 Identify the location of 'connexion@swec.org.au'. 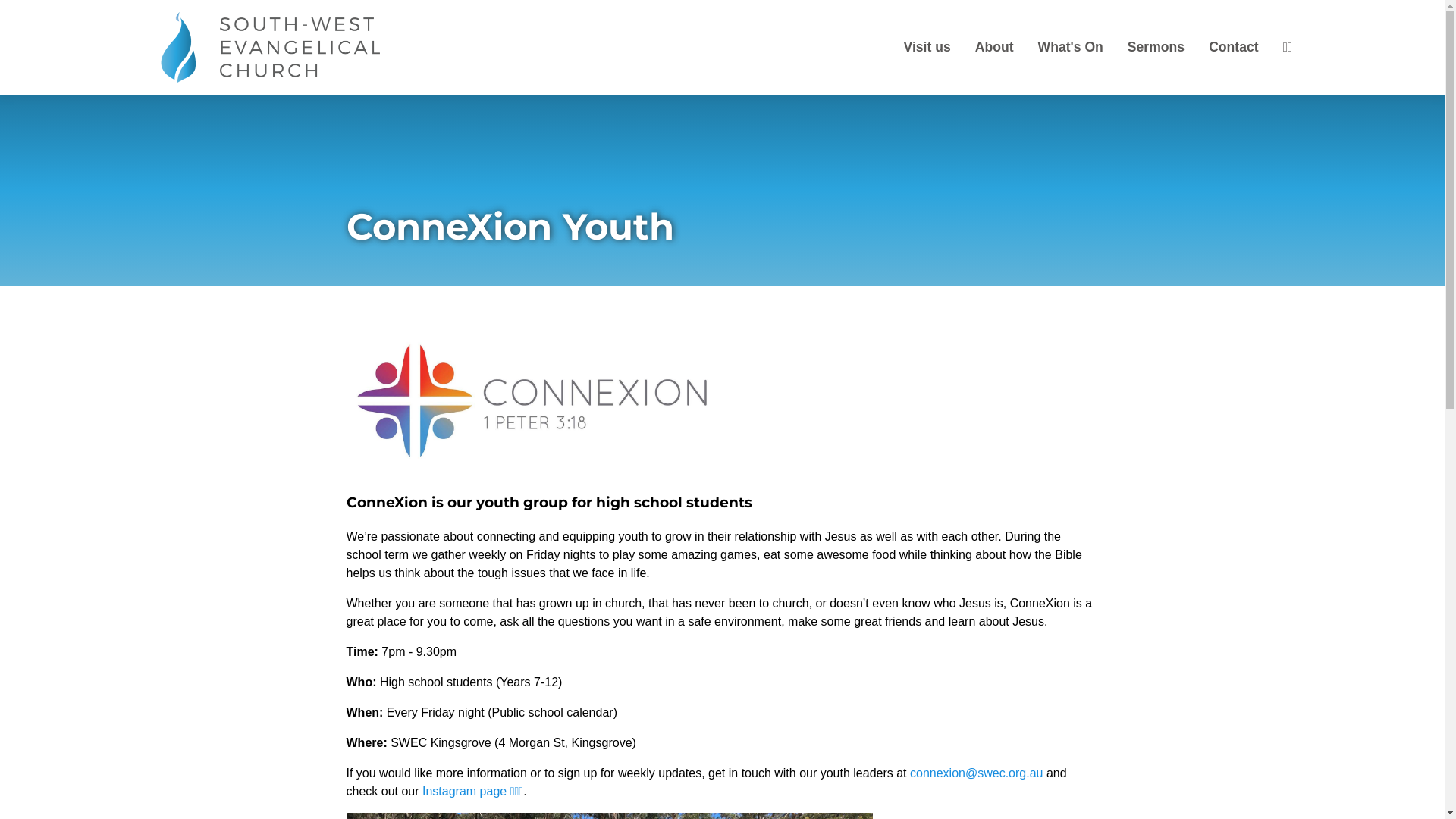
(976, 773).